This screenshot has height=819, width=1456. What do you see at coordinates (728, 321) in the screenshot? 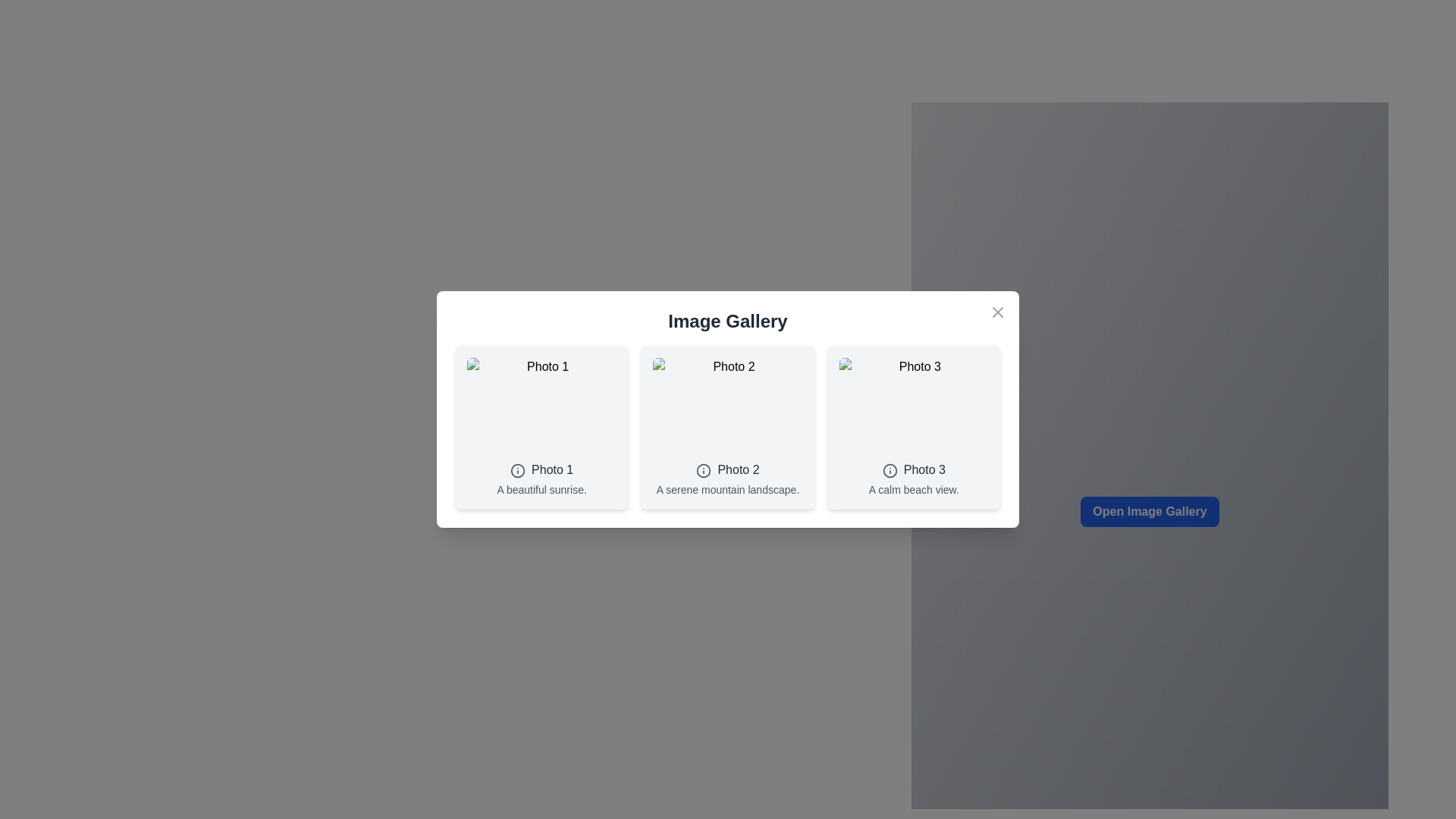
I see `title of the text label that says 'Image Gallery', which is displayed prominently at the top center of a white card interface` at bounding box center [728, 321].